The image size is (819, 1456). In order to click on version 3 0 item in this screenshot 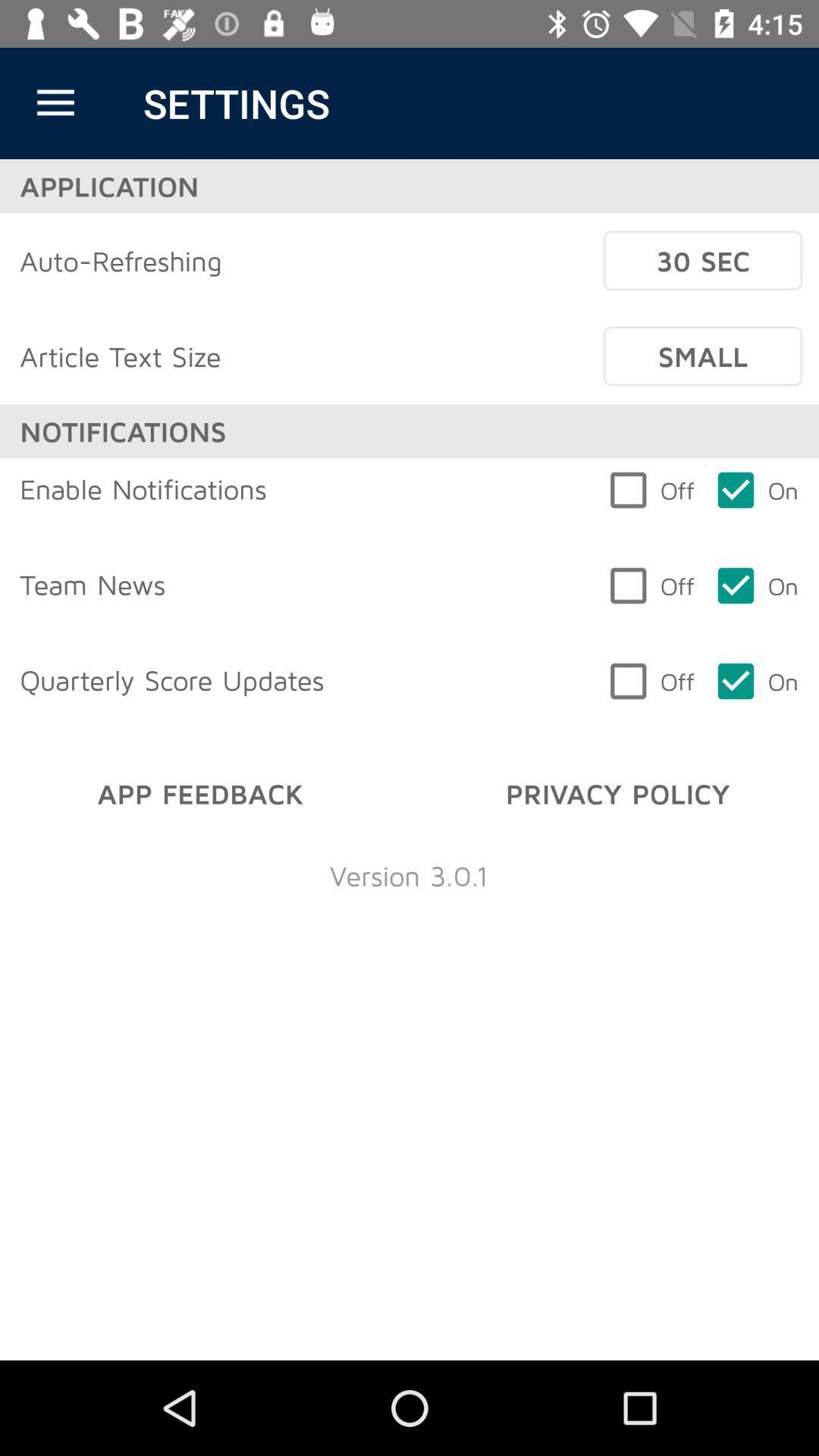, I will do `click(408, 875)`.